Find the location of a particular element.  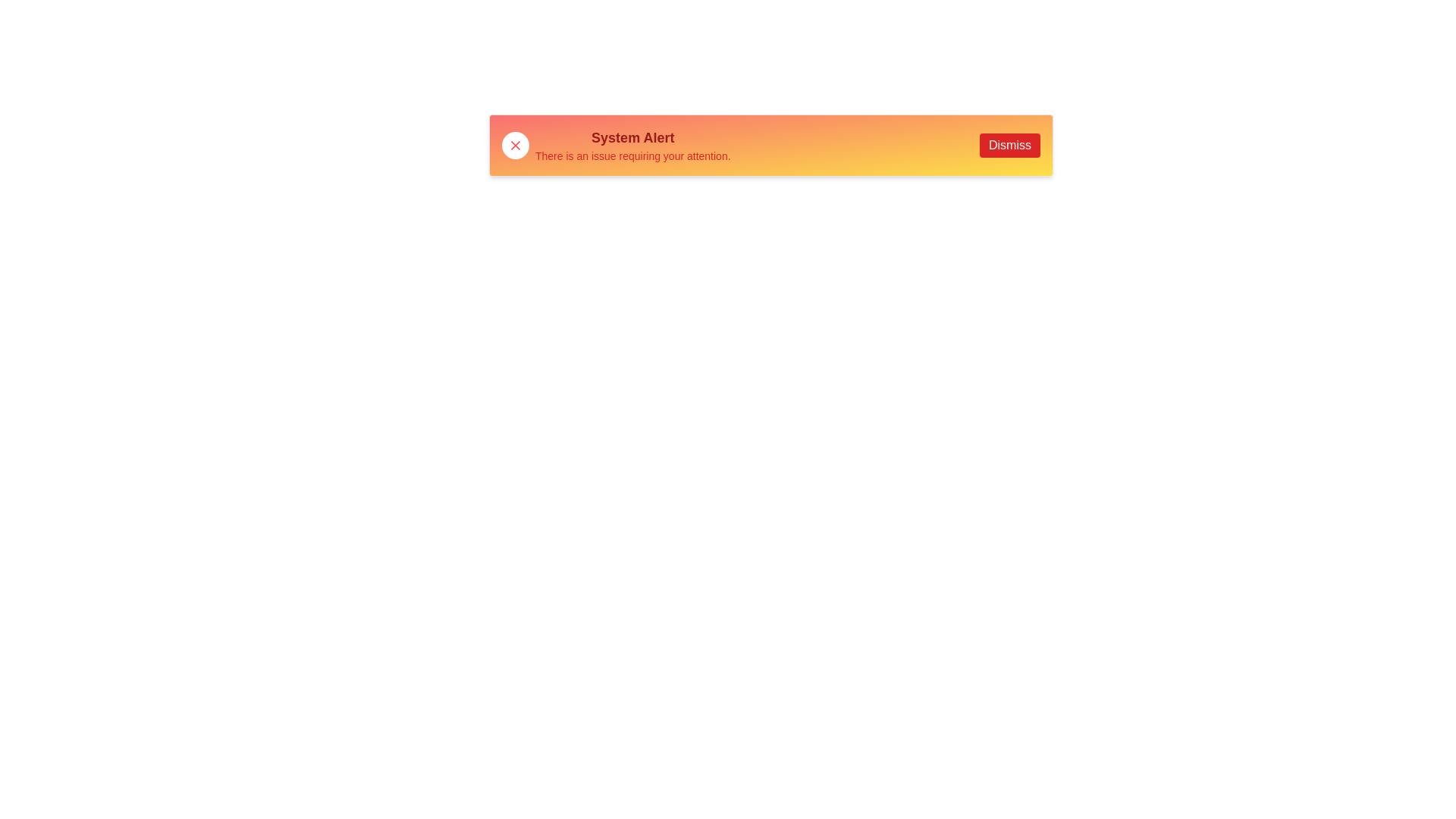

the circular button with a red 'X' icon is located at coordinates (516, 146).